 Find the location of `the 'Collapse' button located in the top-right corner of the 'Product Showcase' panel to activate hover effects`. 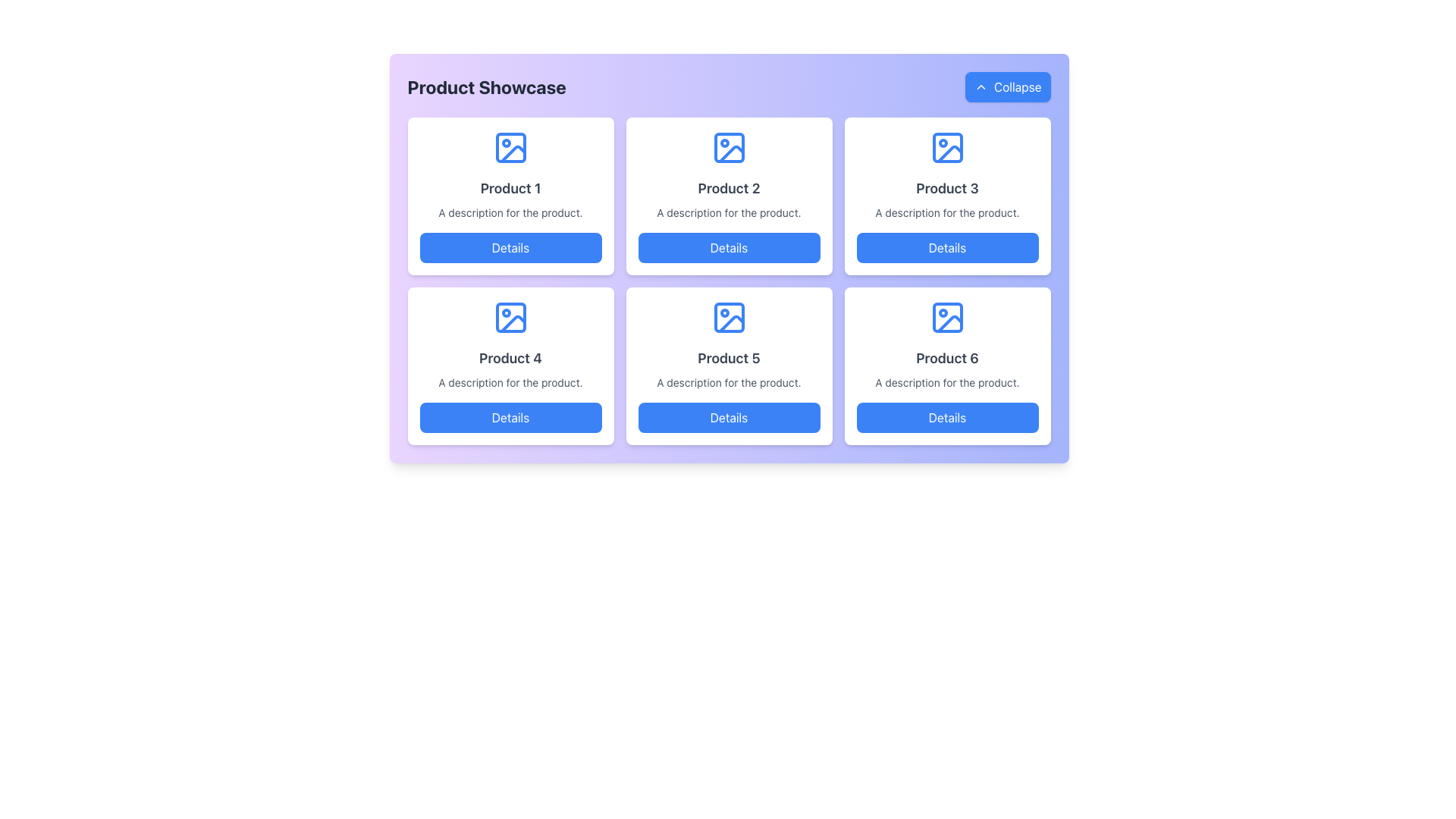

the 'Collapse' button located in the top-right corner of the 'Product Showcase' panel to activate hover effects is located at coordinates (1008, 87).